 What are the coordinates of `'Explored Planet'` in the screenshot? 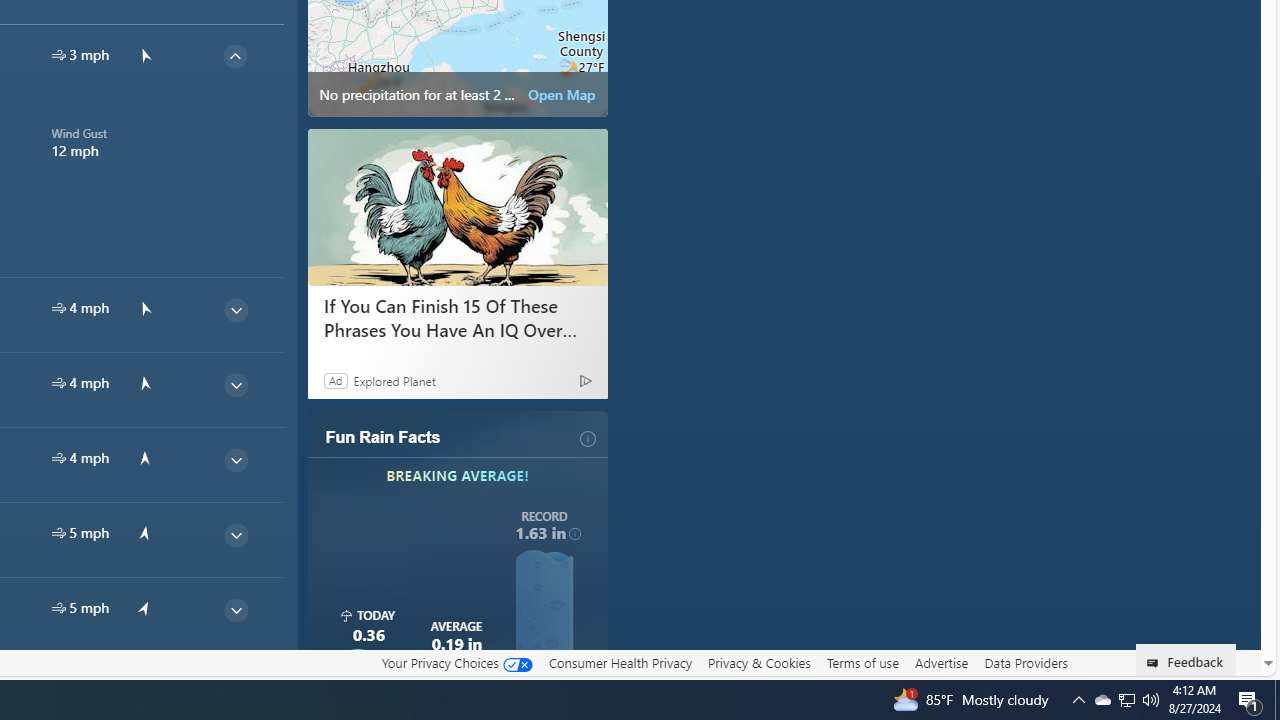 It's located at (394, 380).